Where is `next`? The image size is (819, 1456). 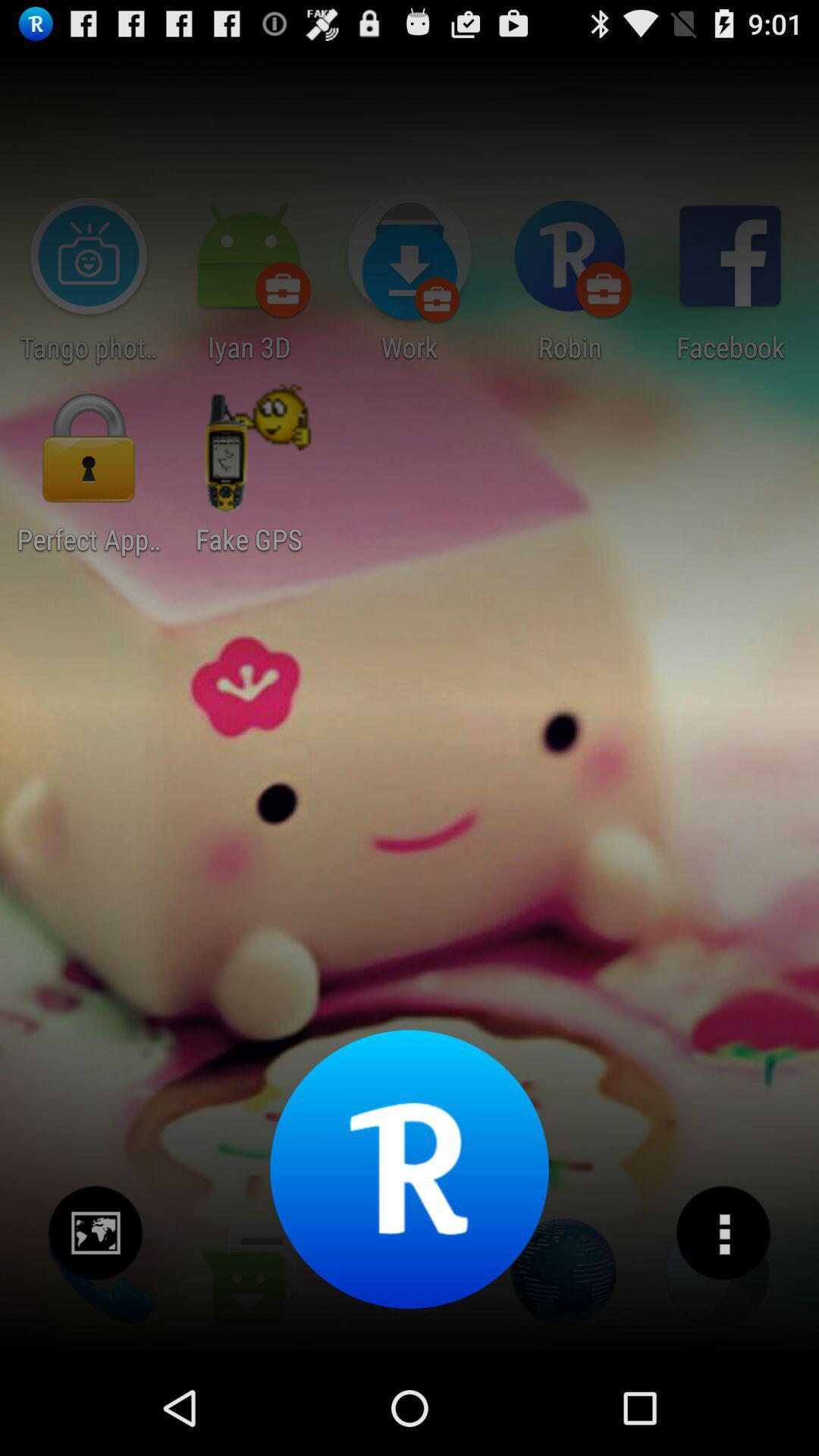 next is located at coordinates (96, 1233).